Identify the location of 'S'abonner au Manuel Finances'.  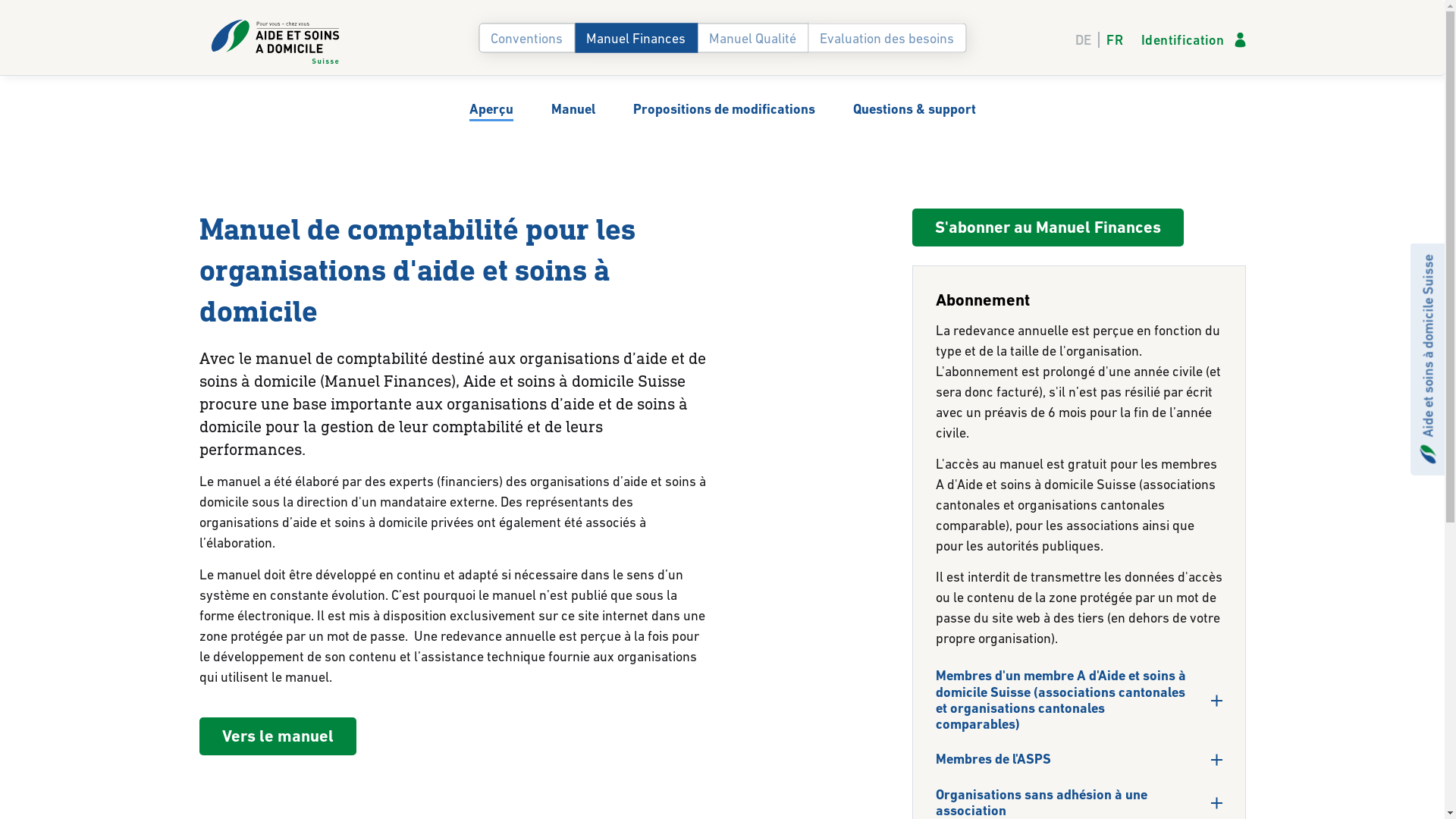
(1046, 227).